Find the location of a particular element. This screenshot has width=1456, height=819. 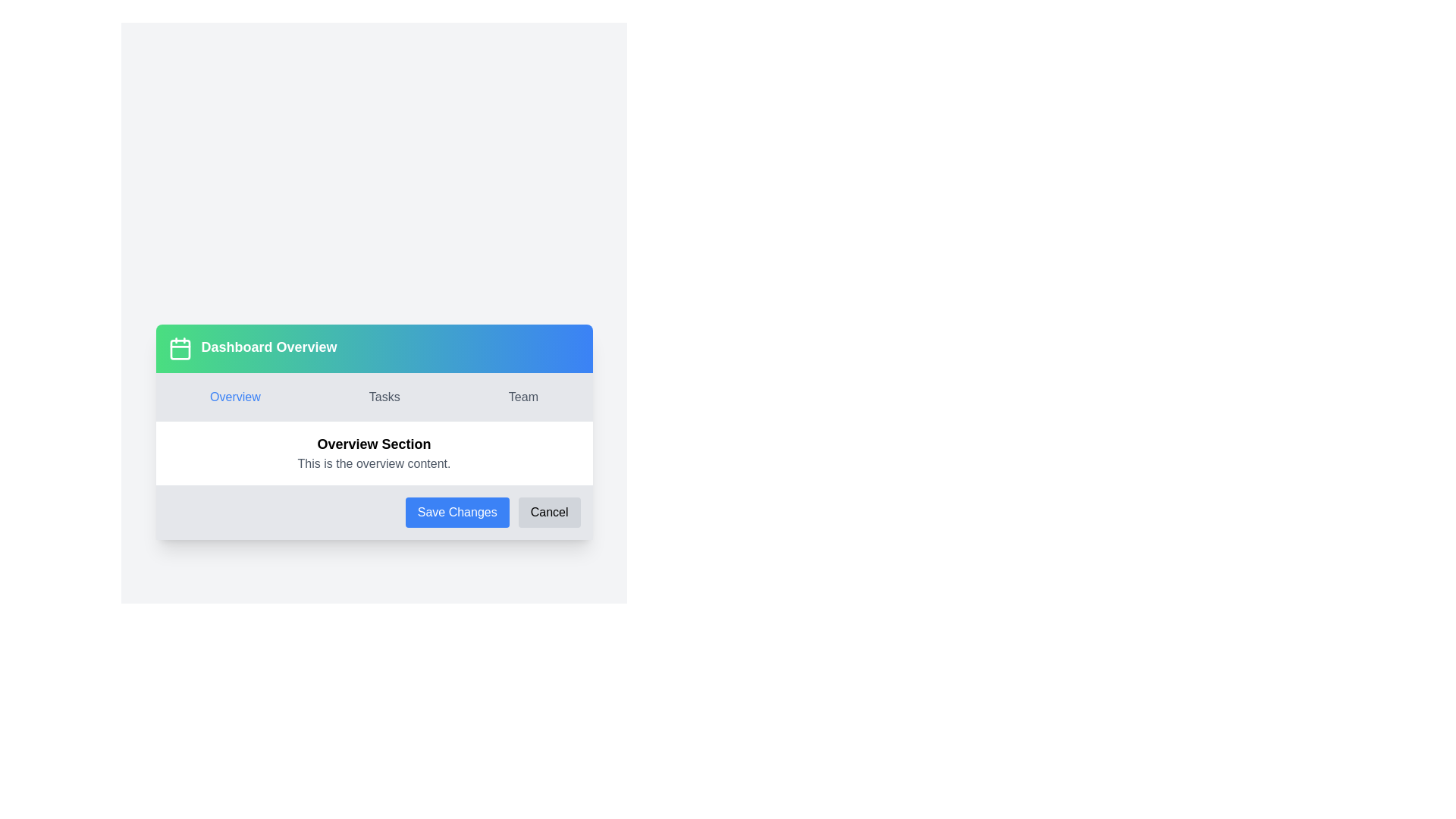

the calendar icon with a green background located in the top-left corner of the 'Dashboard Overview' header bar, positioned directly to the left of the text is located at coordinates (180, 348).